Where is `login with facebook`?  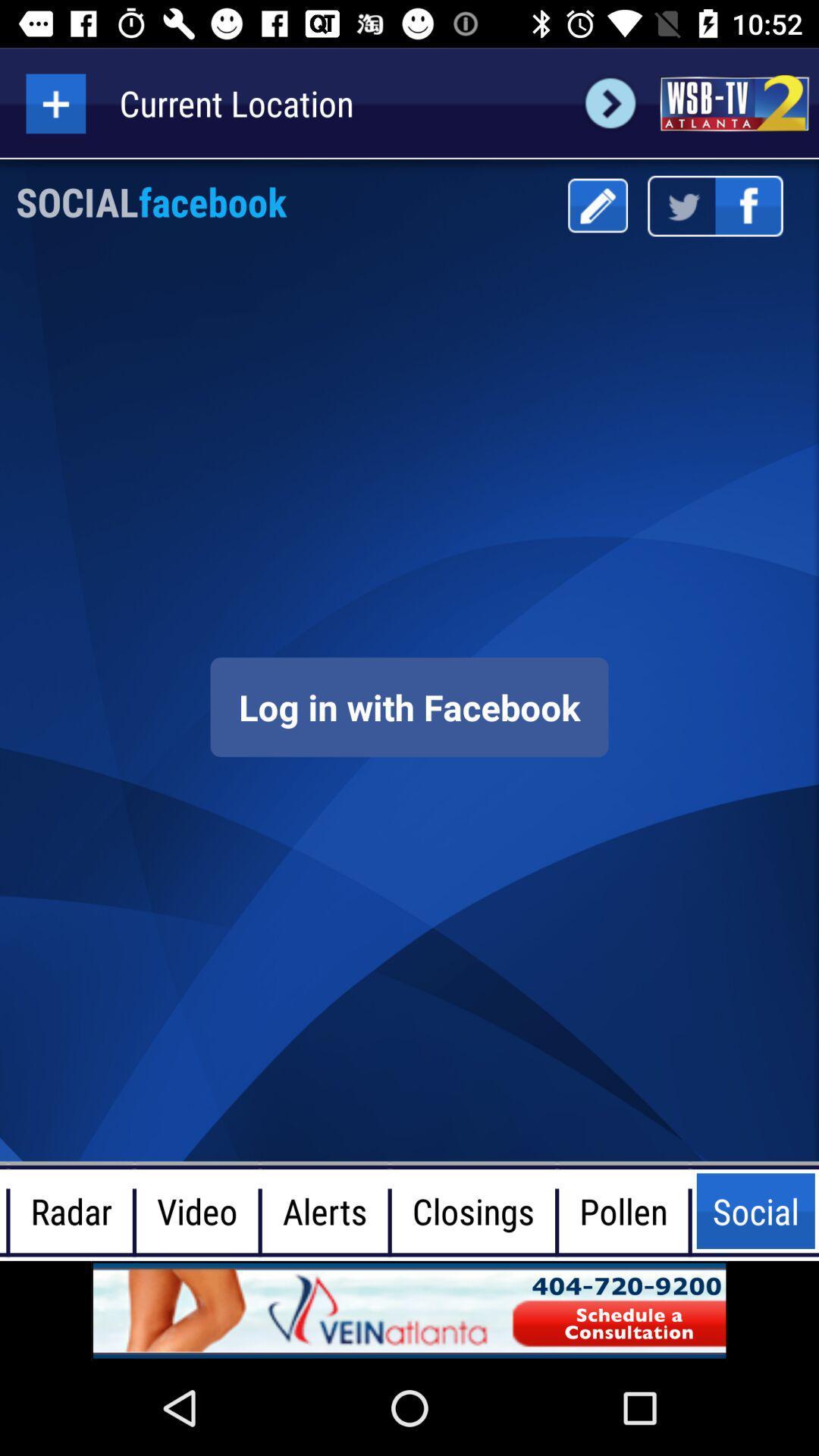
login with facebook is located at coordinates (409, 706).